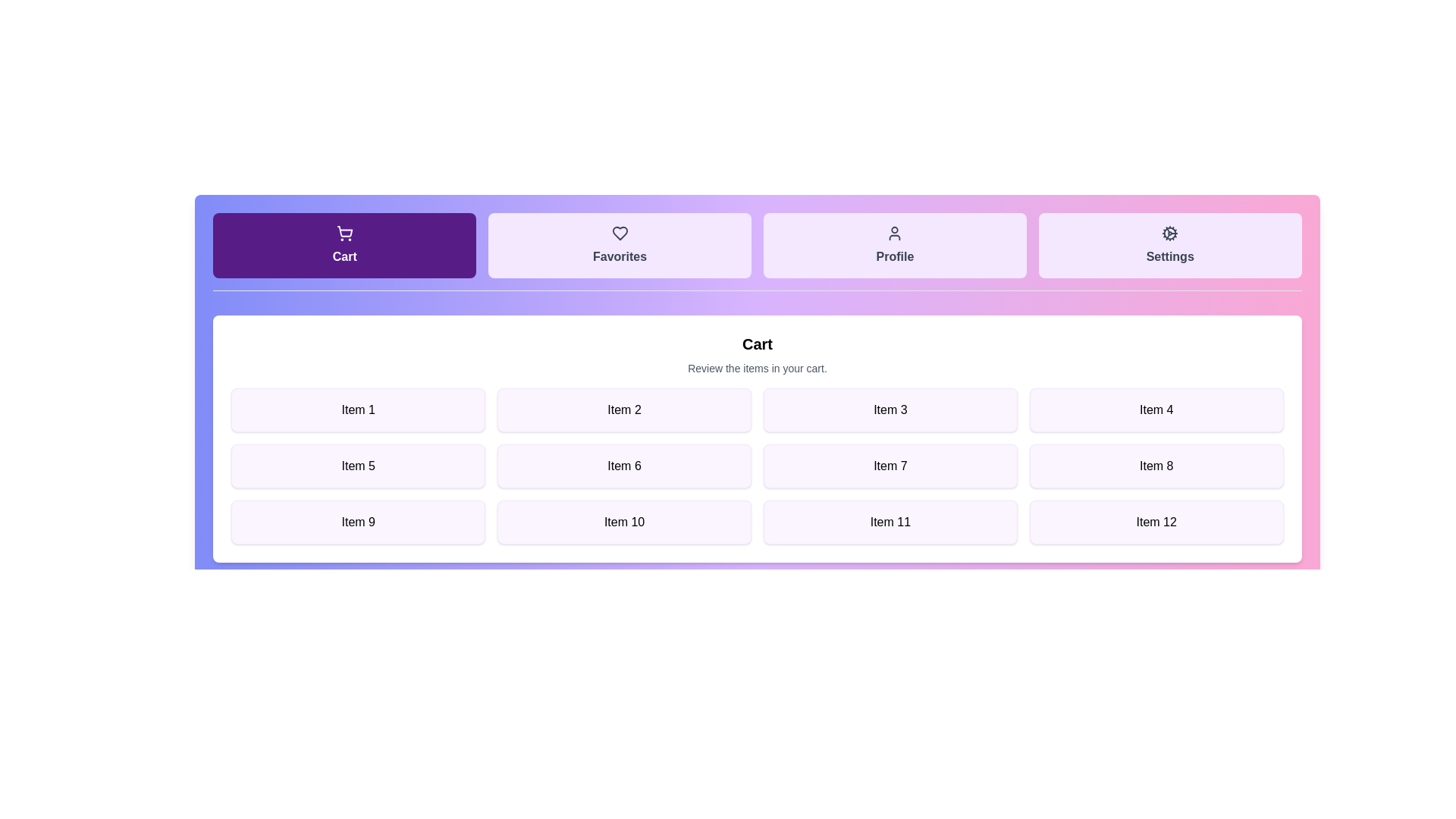 Image resolution: width=1456 pixels, height=819 pixels. What do you see at coordinates (1169, 245) in the screenshot?
I see `the tab labeled Settings` at bounding box center [1169, 245].